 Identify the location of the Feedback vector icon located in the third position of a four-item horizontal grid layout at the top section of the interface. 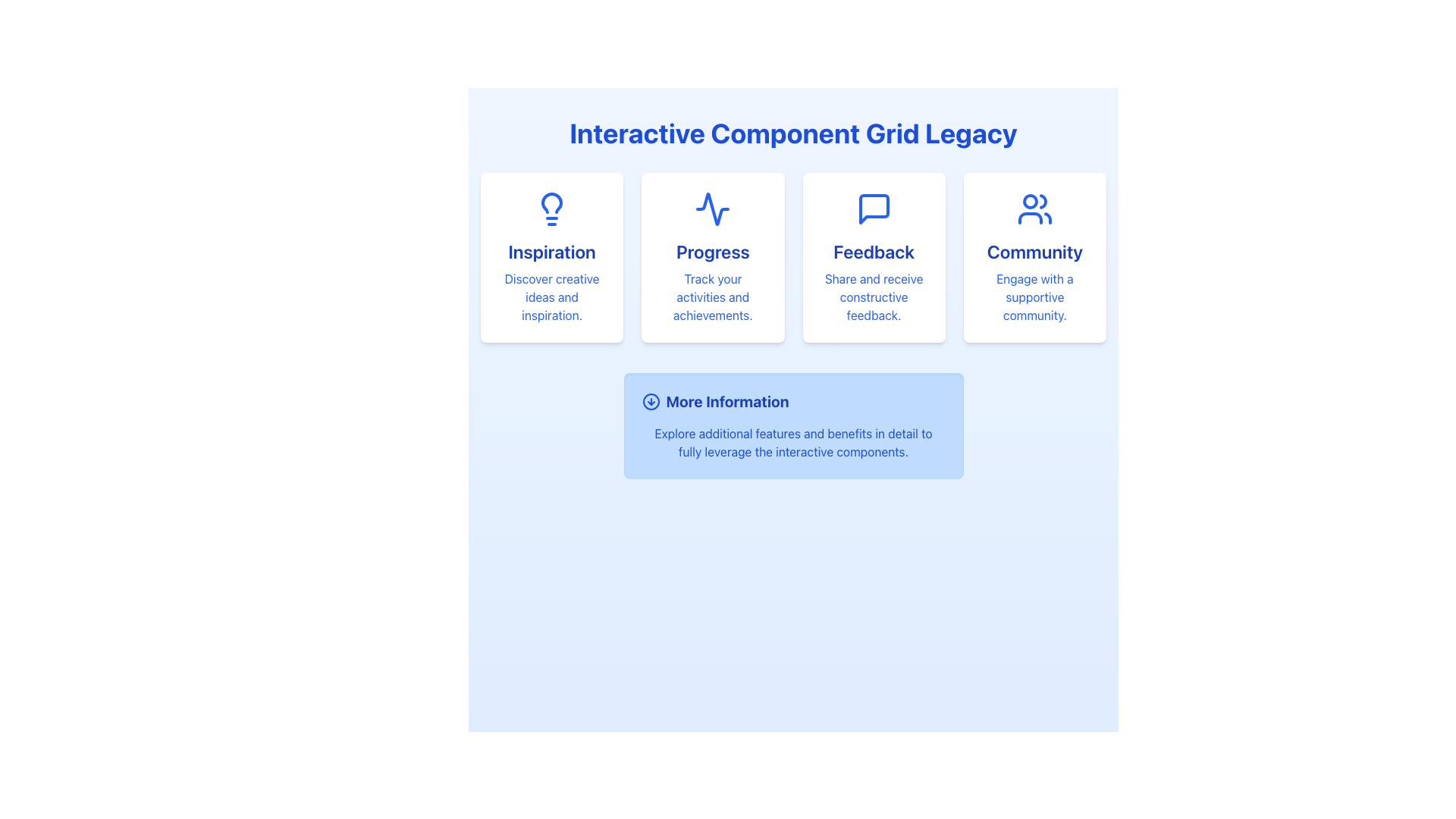
(874, 209).